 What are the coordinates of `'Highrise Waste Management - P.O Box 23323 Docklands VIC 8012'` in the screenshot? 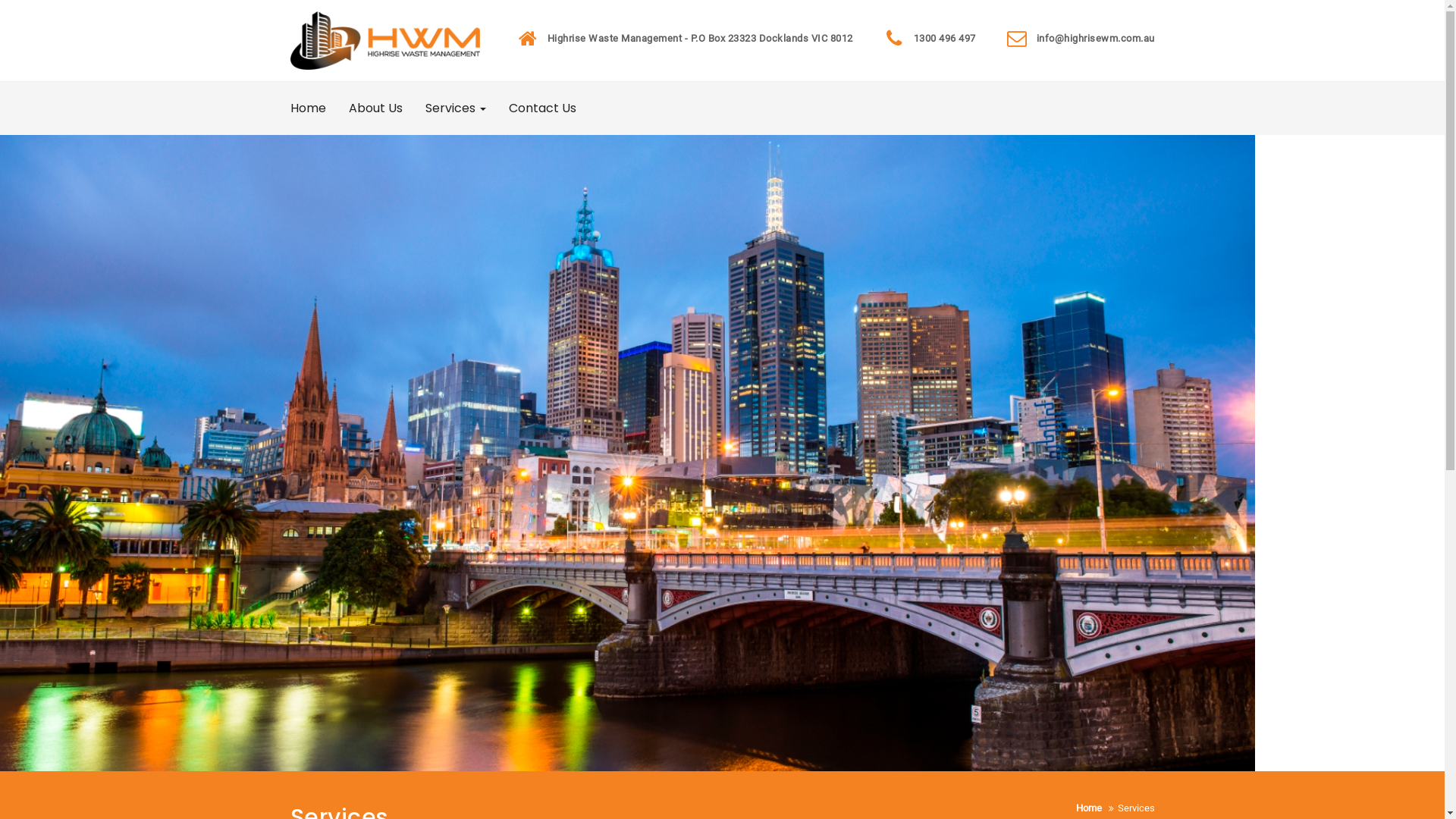 It's located at (699, 37).